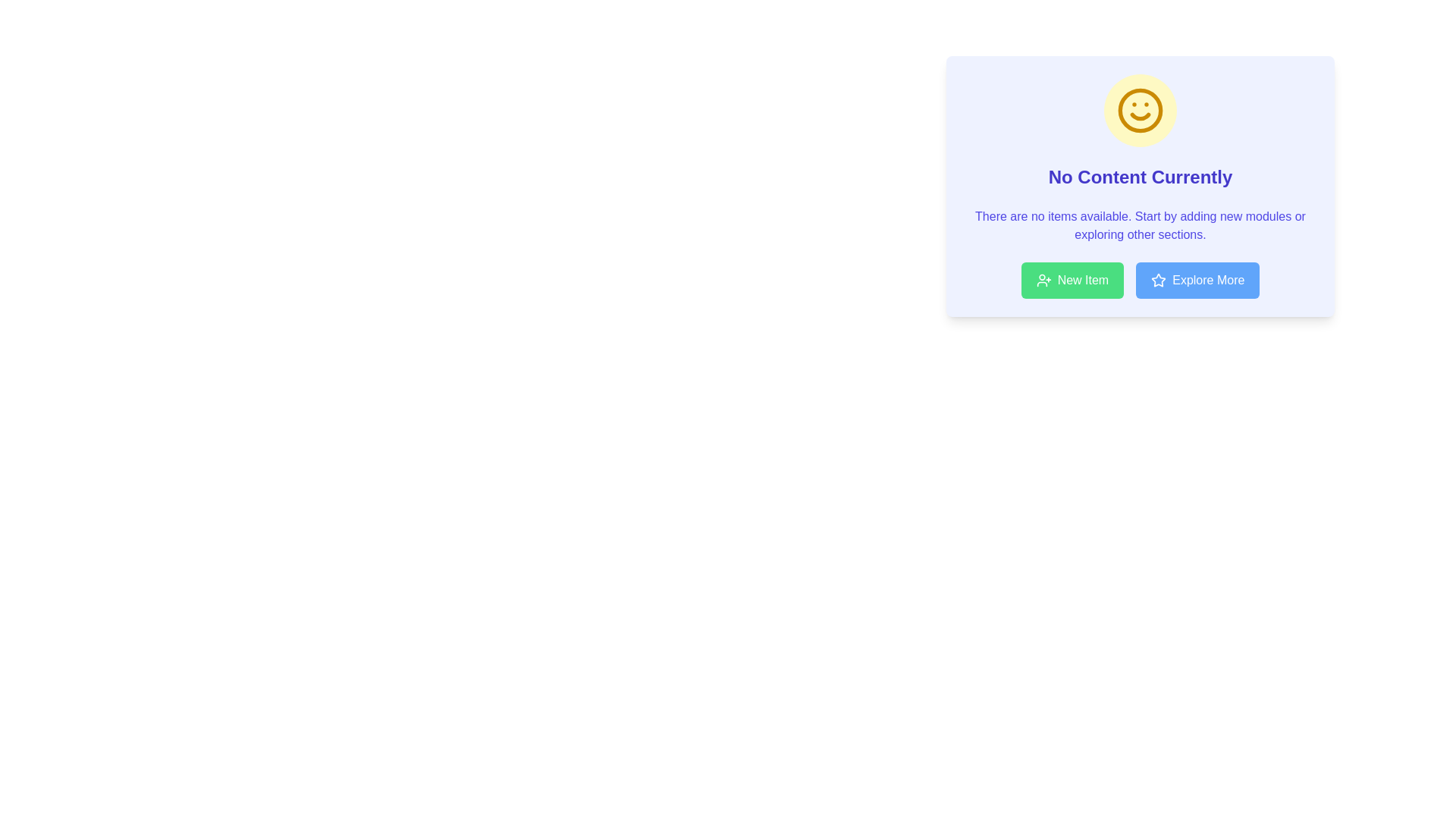 The height and width of the screenshot is (819, 1456). What do you see at coordinates (1140, 177) in the screenshot?
I see `the text label that reads 'No Content Currently', which is prominently displayed in a bold, large indigo font within a card layout` at bounding box center [1140, 177].